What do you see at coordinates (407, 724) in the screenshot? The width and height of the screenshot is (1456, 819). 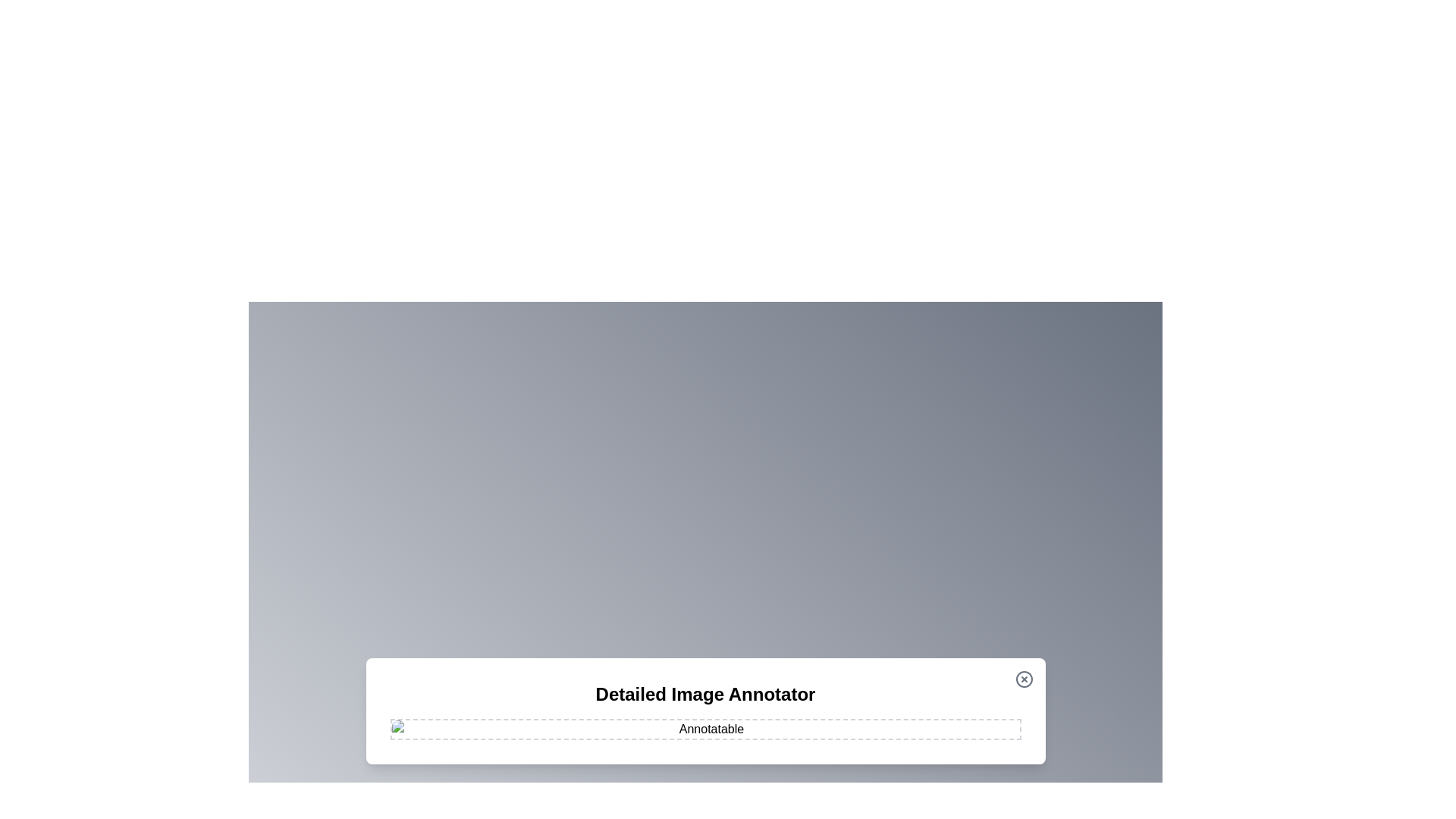 I see `the image at coordinates (537, 957) to add an annotation` at bounding box center [407, 724].